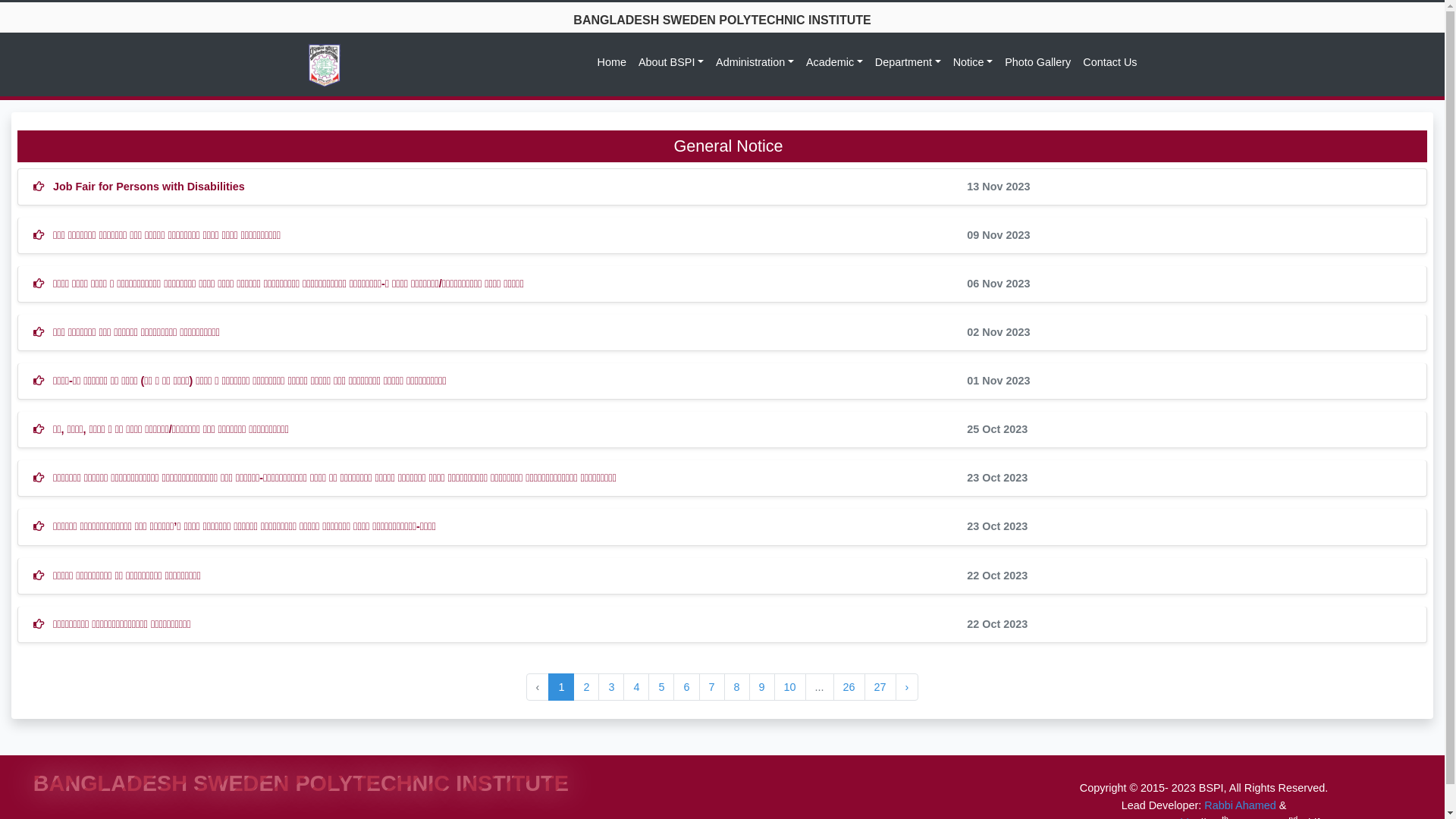 This screenshot has height=819, width=1456. I want to click on '3', so click(597, 687).